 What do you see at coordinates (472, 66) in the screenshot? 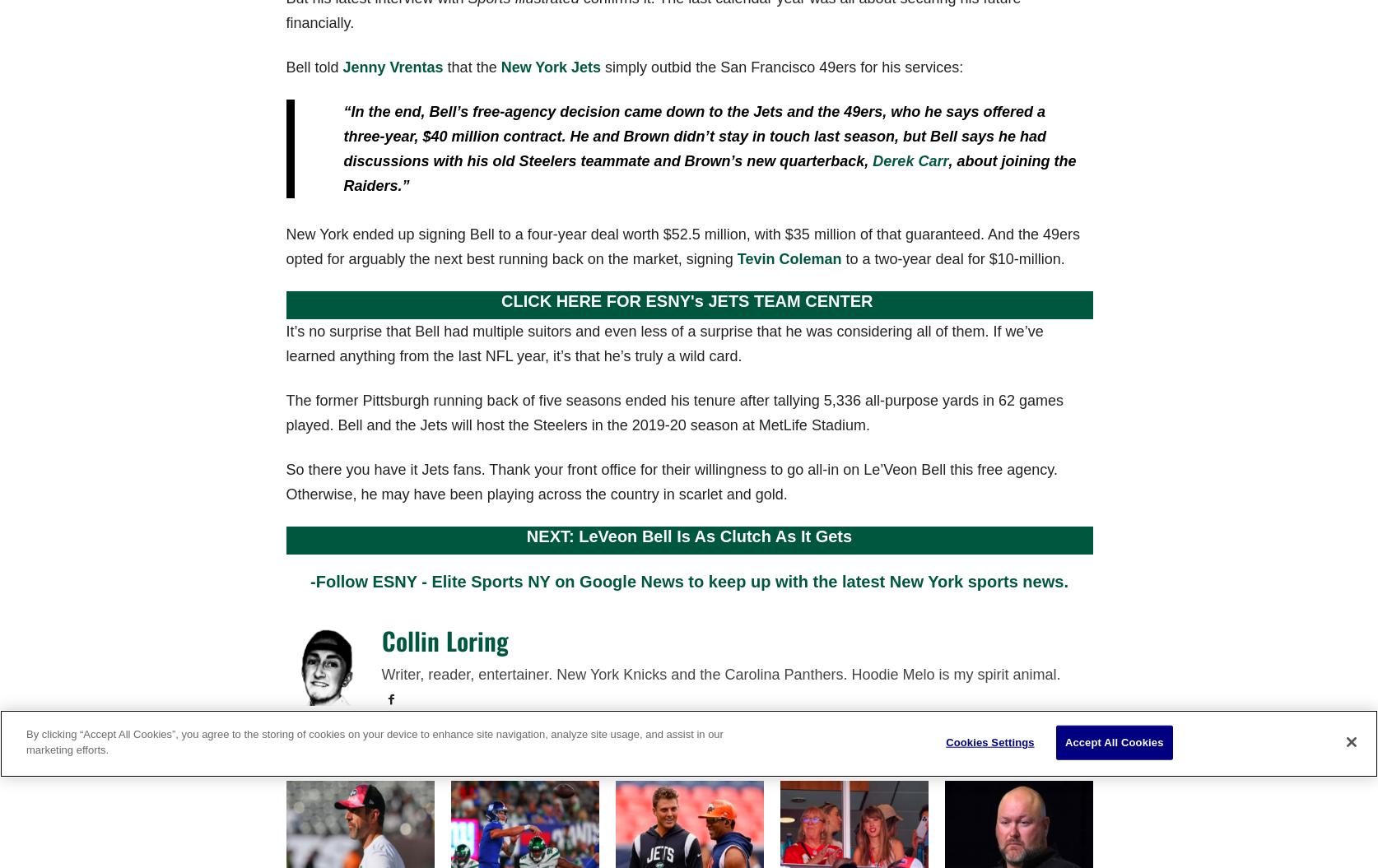
I see `'that the'` at bounding box center [472, 66].